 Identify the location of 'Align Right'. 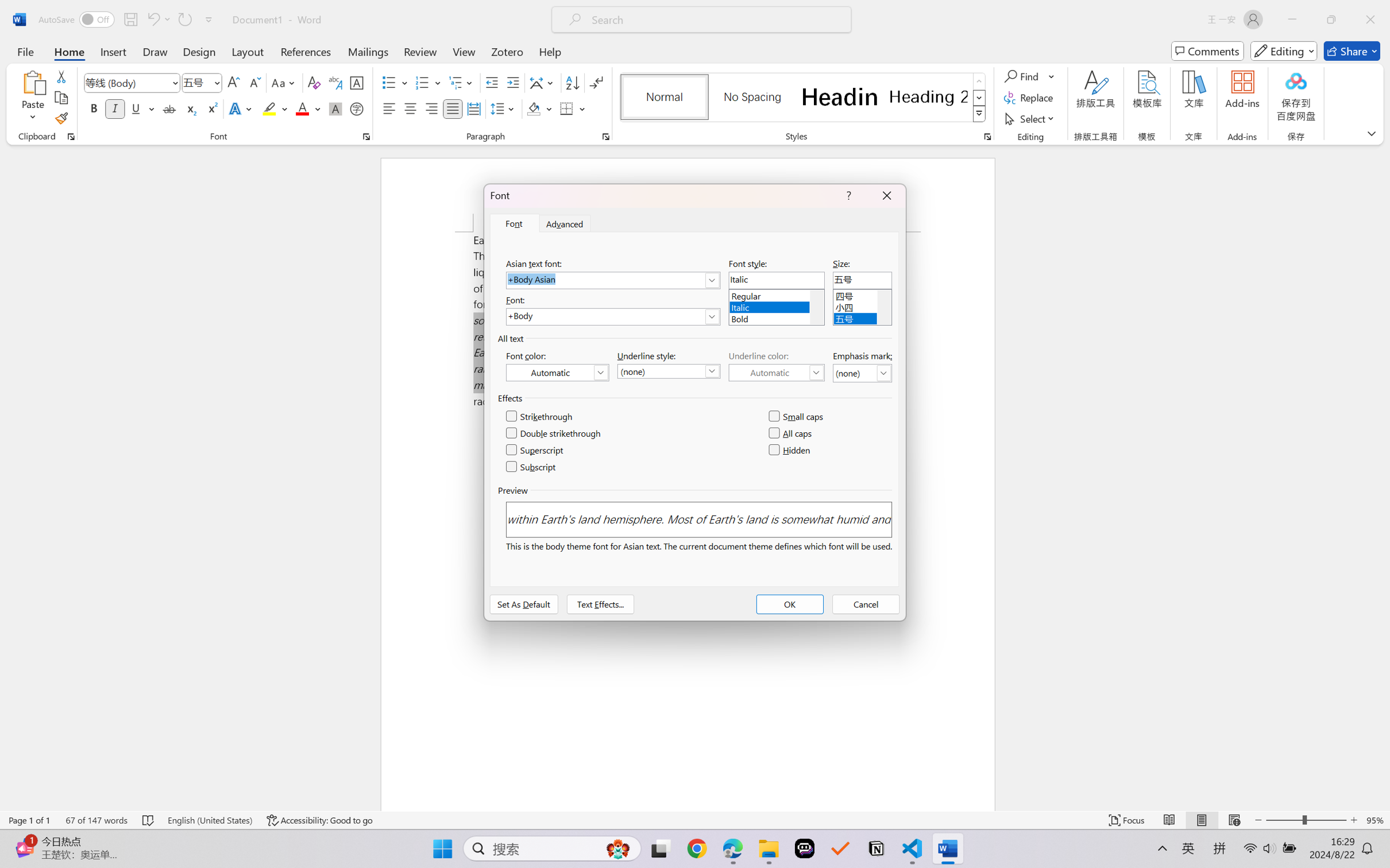
(432, 108).